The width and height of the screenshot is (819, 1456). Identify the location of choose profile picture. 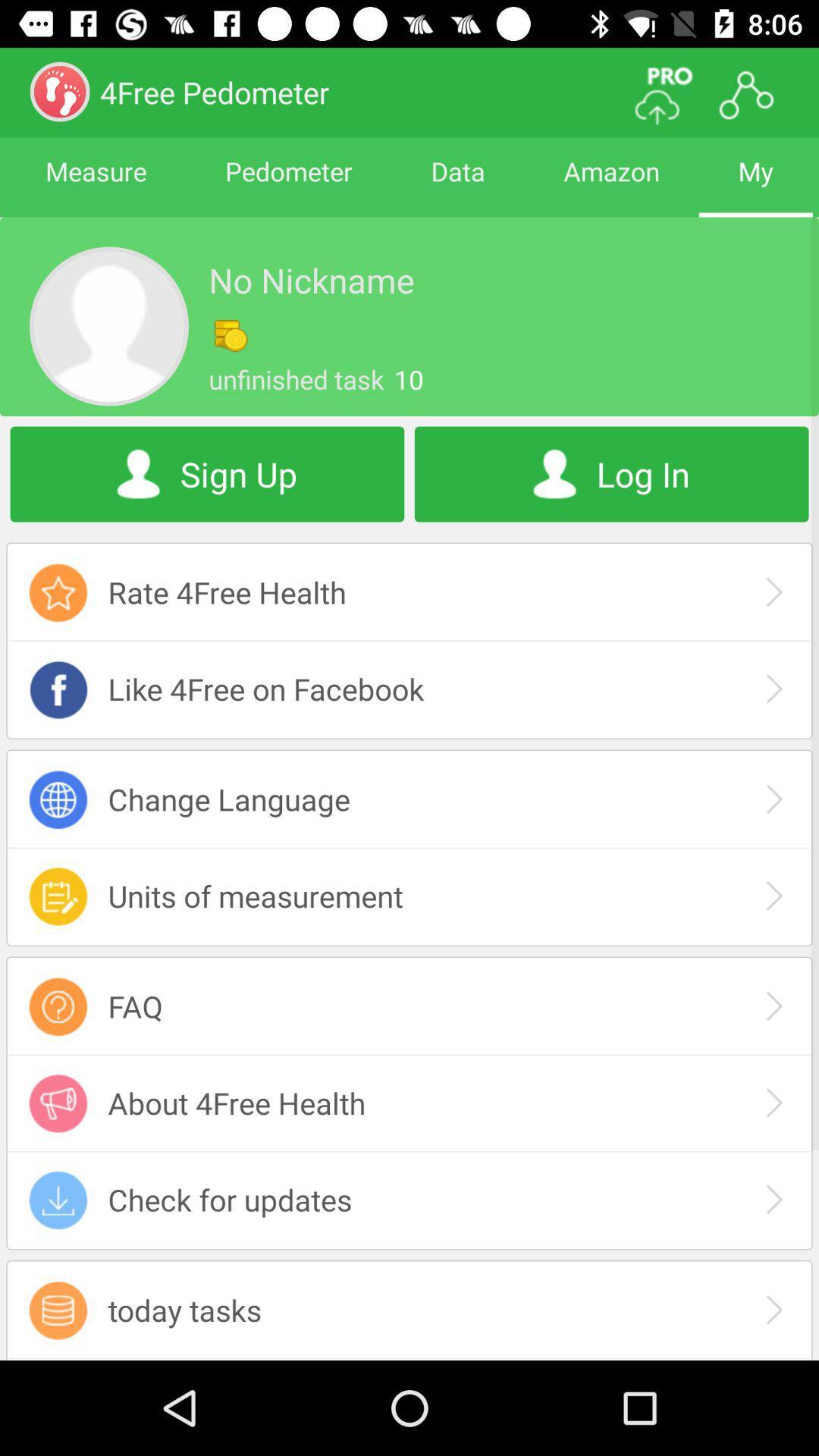
(108, 325).